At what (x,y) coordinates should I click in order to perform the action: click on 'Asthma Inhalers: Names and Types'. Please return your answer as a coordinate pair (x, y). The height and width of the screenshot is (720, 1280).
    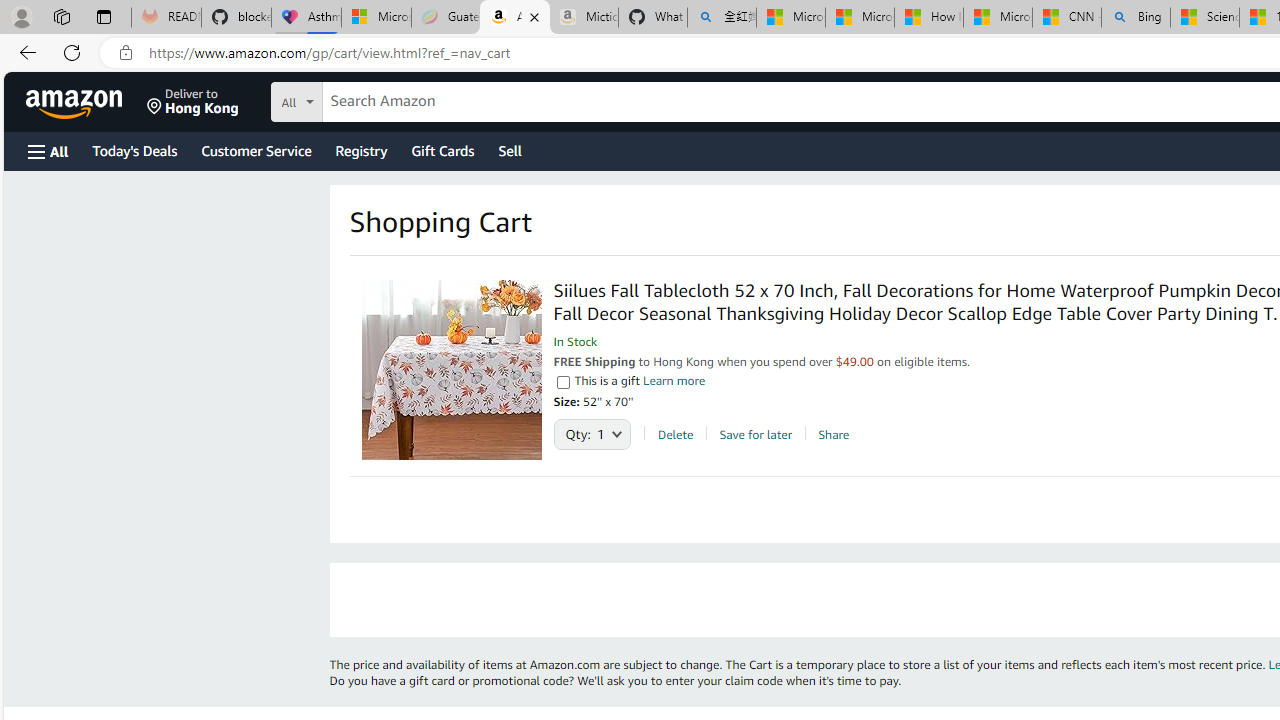
    Looking at the image, I should click on (304, 17).